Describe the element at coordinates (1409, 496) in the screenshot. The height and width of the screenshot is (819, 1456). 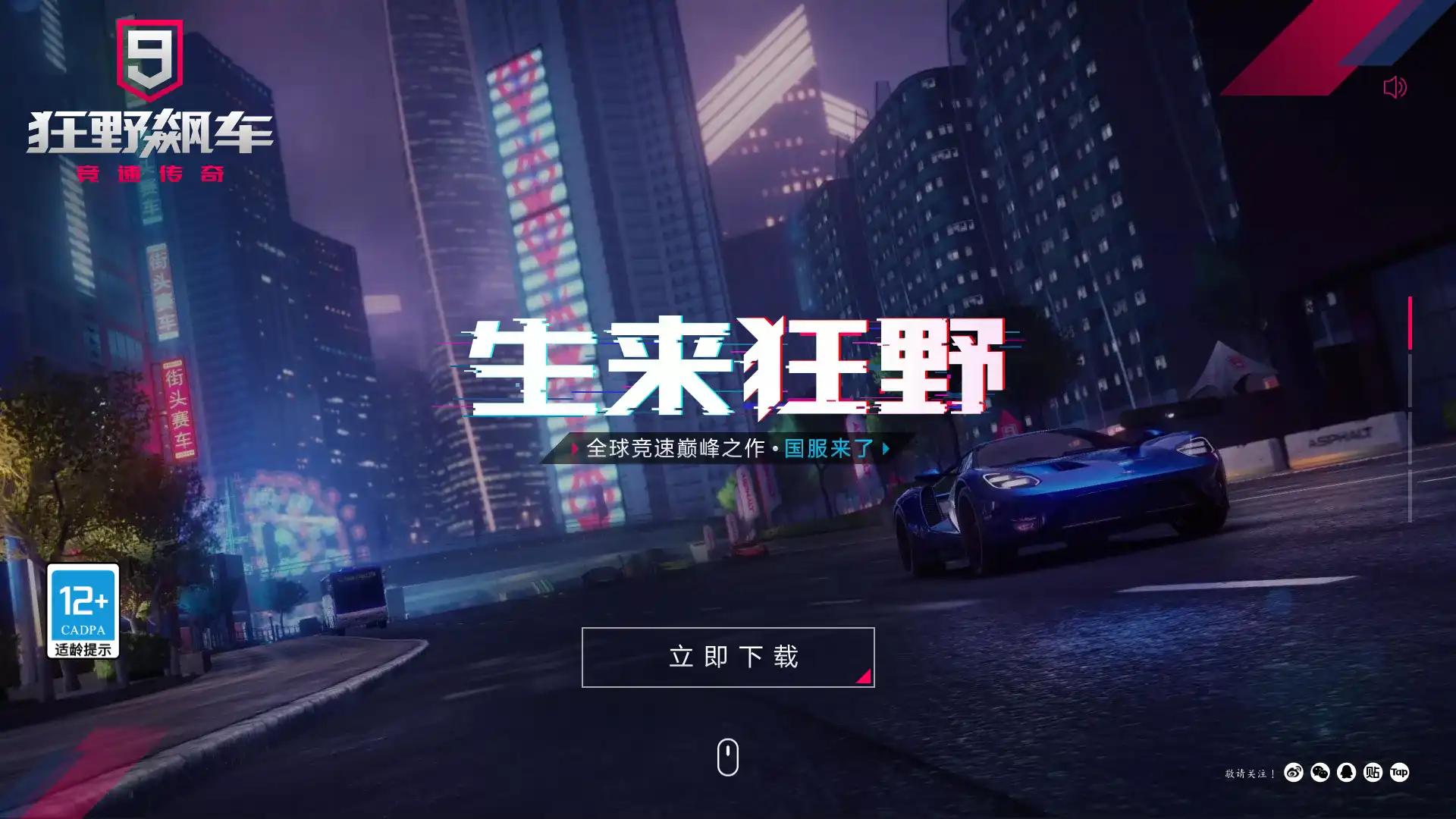
I see `Go to slide 4` at that location.